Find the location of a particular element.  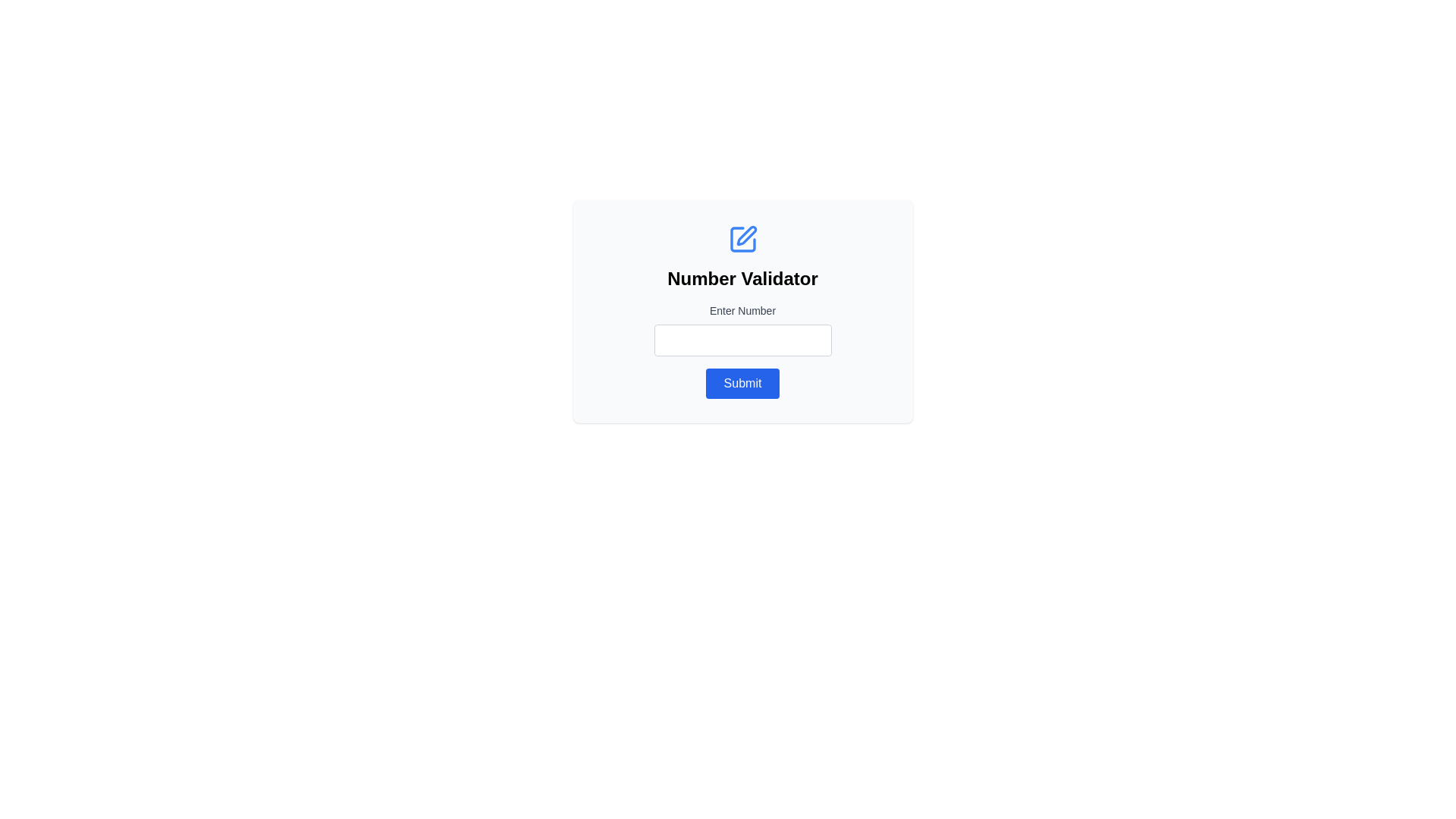

the labeled input field for numeric data entry located in the central region of the 'Number Validator' dialog box to focus on it is located at coordinates (742, 329).